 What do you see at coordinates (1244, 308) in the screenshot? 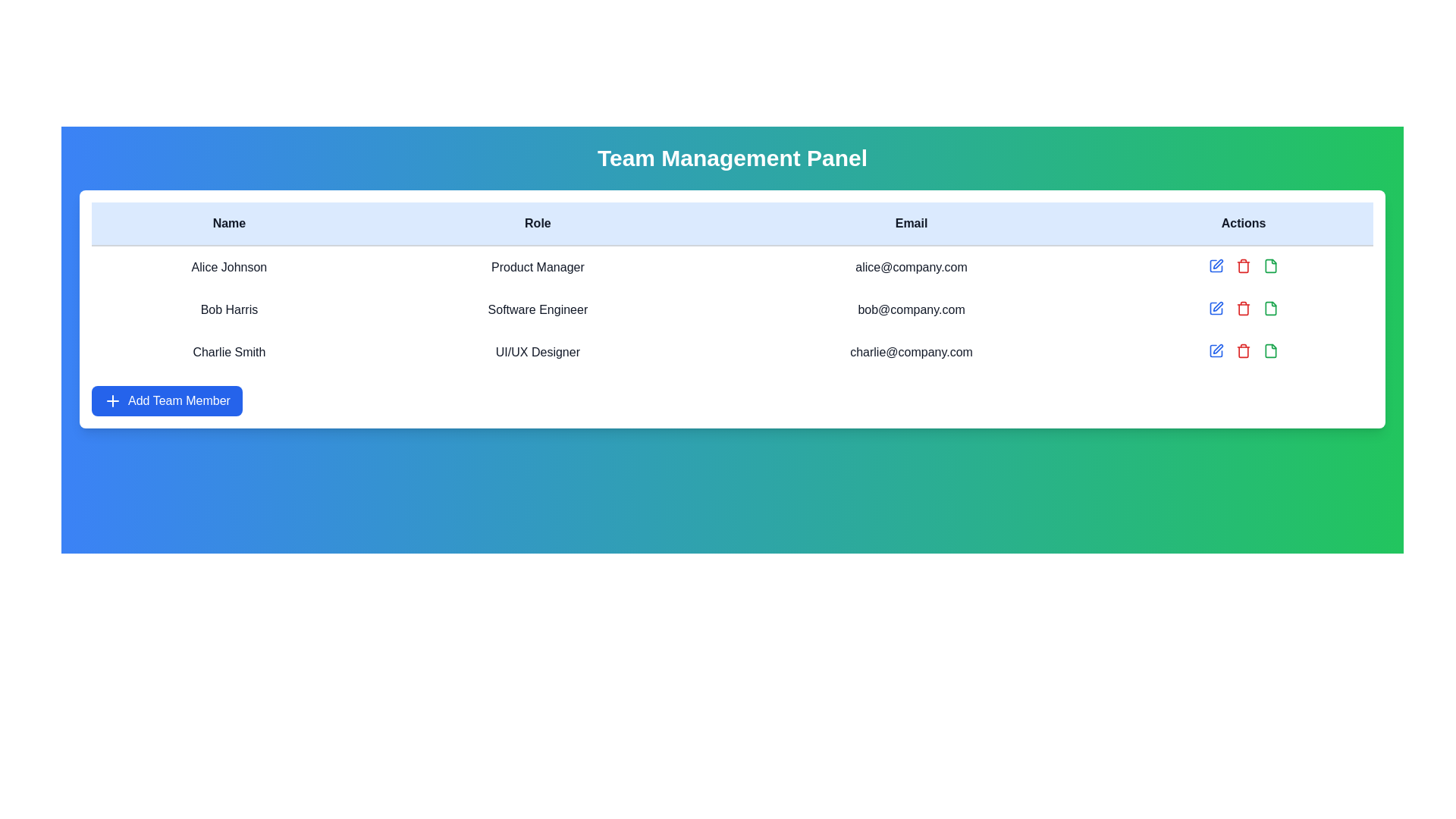
I see `the delete icon button for 'Bob Harris' to change its color to a darker red` at bounding box center [1244, 308].